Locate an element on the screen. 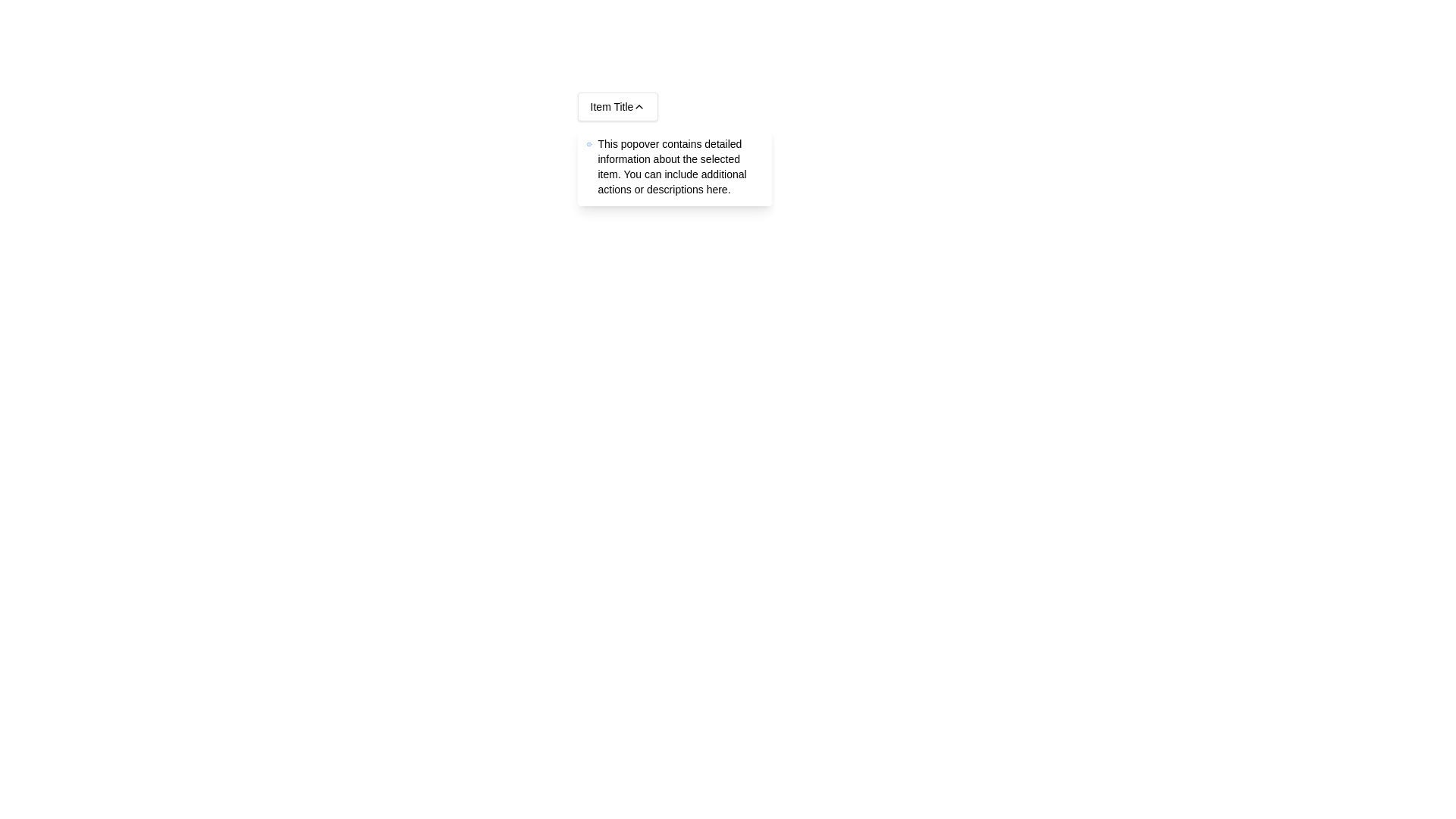 The height and width of the screenshot is (819, 1456). the toggle icon located to the right of the 'Item Title' text is located at coordinates (639, 106).